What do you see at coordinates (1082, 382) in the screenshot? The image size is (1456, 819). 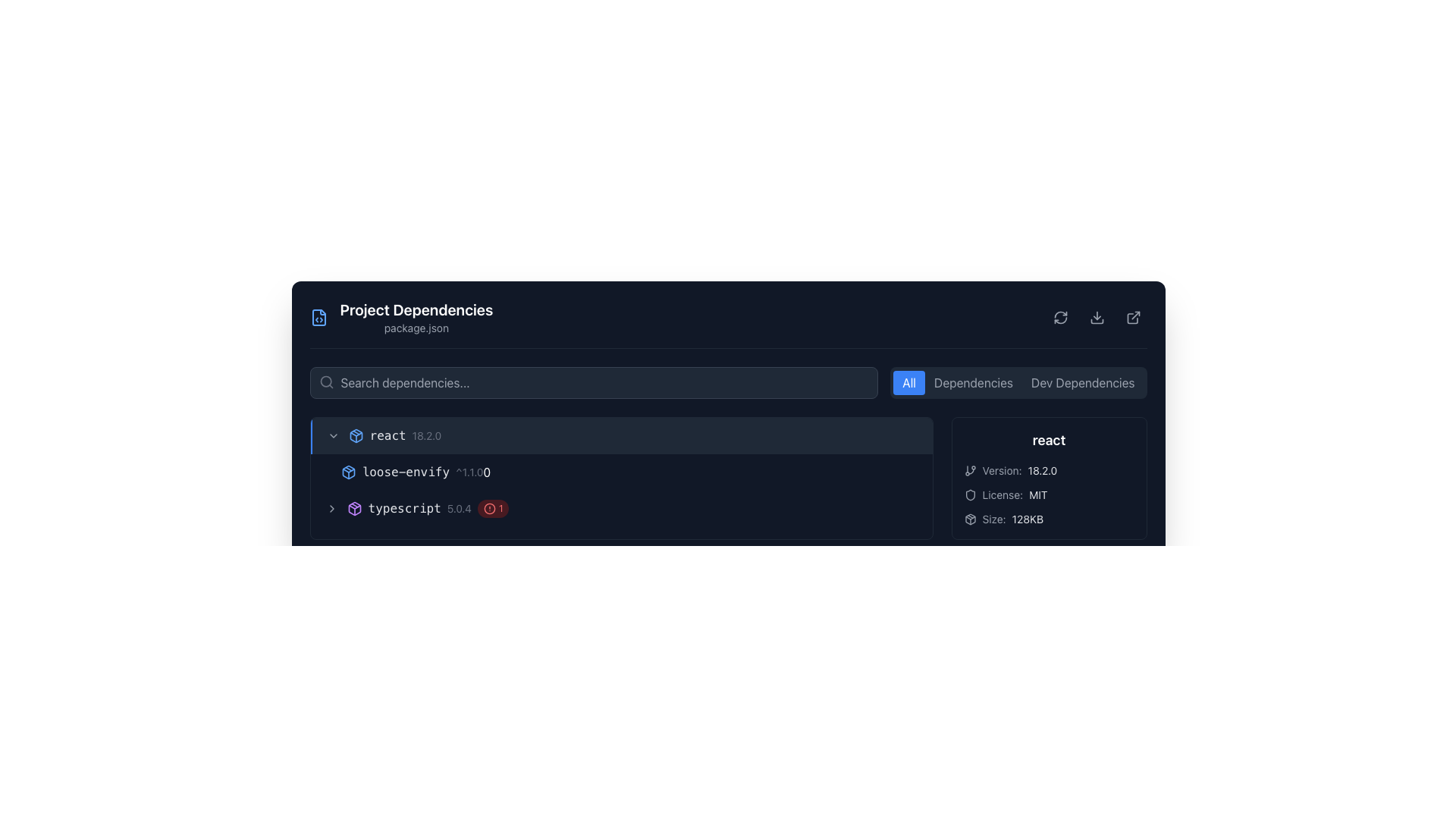 I see `the 'Dev Dependencies' button, which has a gray background and is the third button in a group of three located near the top-right of the view` at bounding box center [1082, 382].